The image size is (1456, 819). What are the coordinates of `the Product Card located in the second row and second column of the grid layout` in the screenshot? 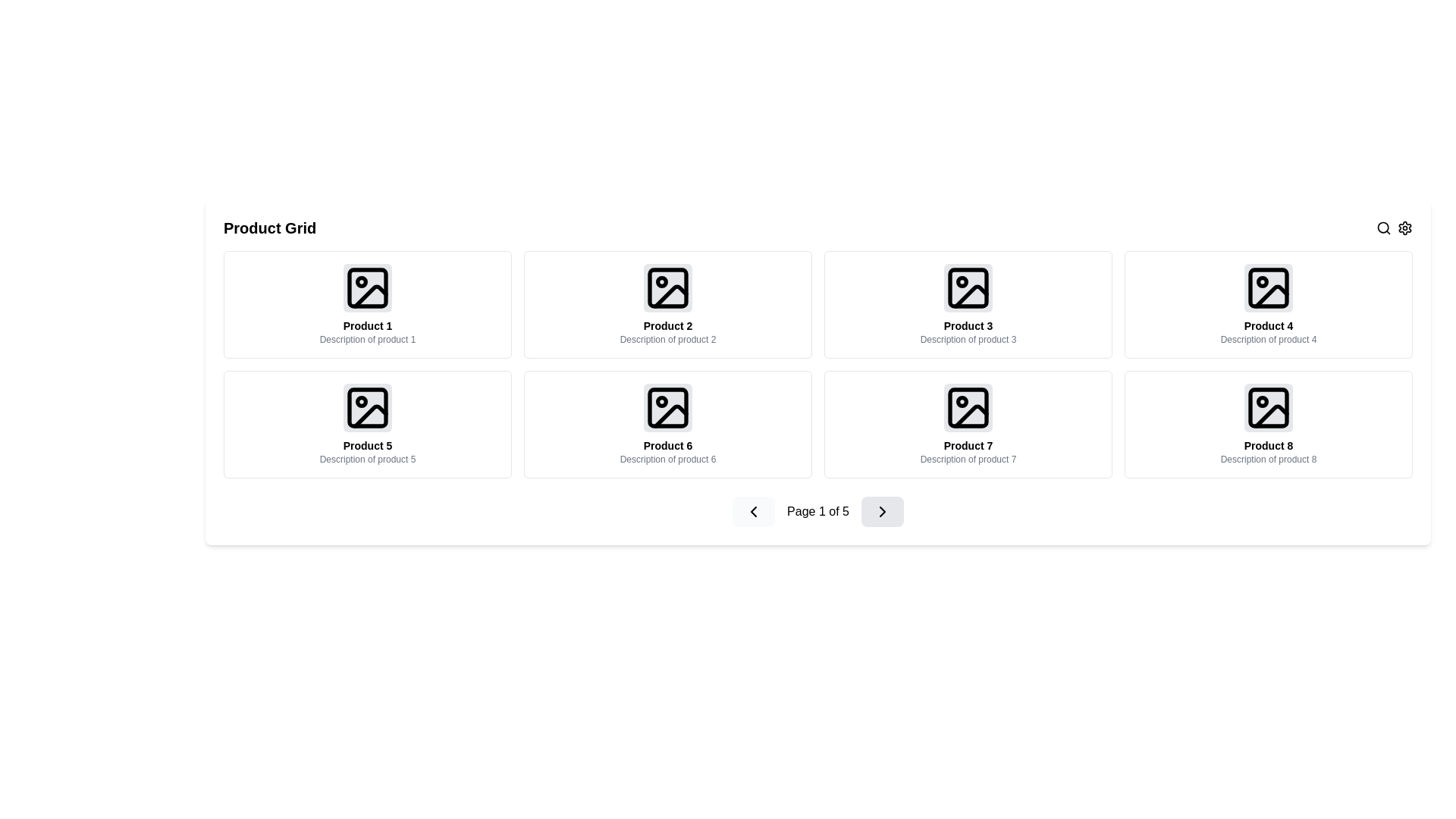 It's located at (667, 424).